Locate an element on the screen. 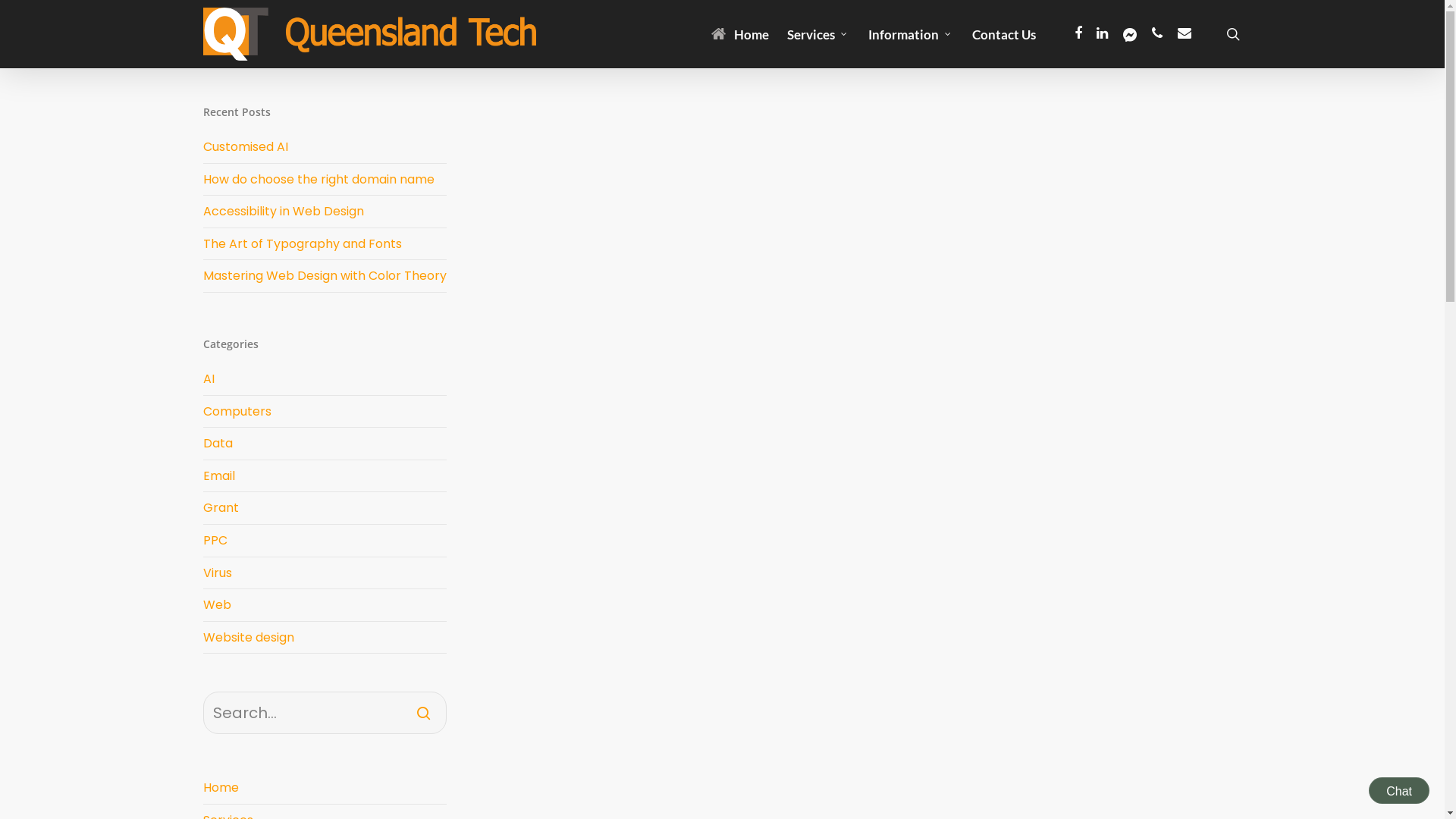 Image resolution: width=1456 pixels, height=819 pixels. 'Grant' is located at coordinates (202, 508).